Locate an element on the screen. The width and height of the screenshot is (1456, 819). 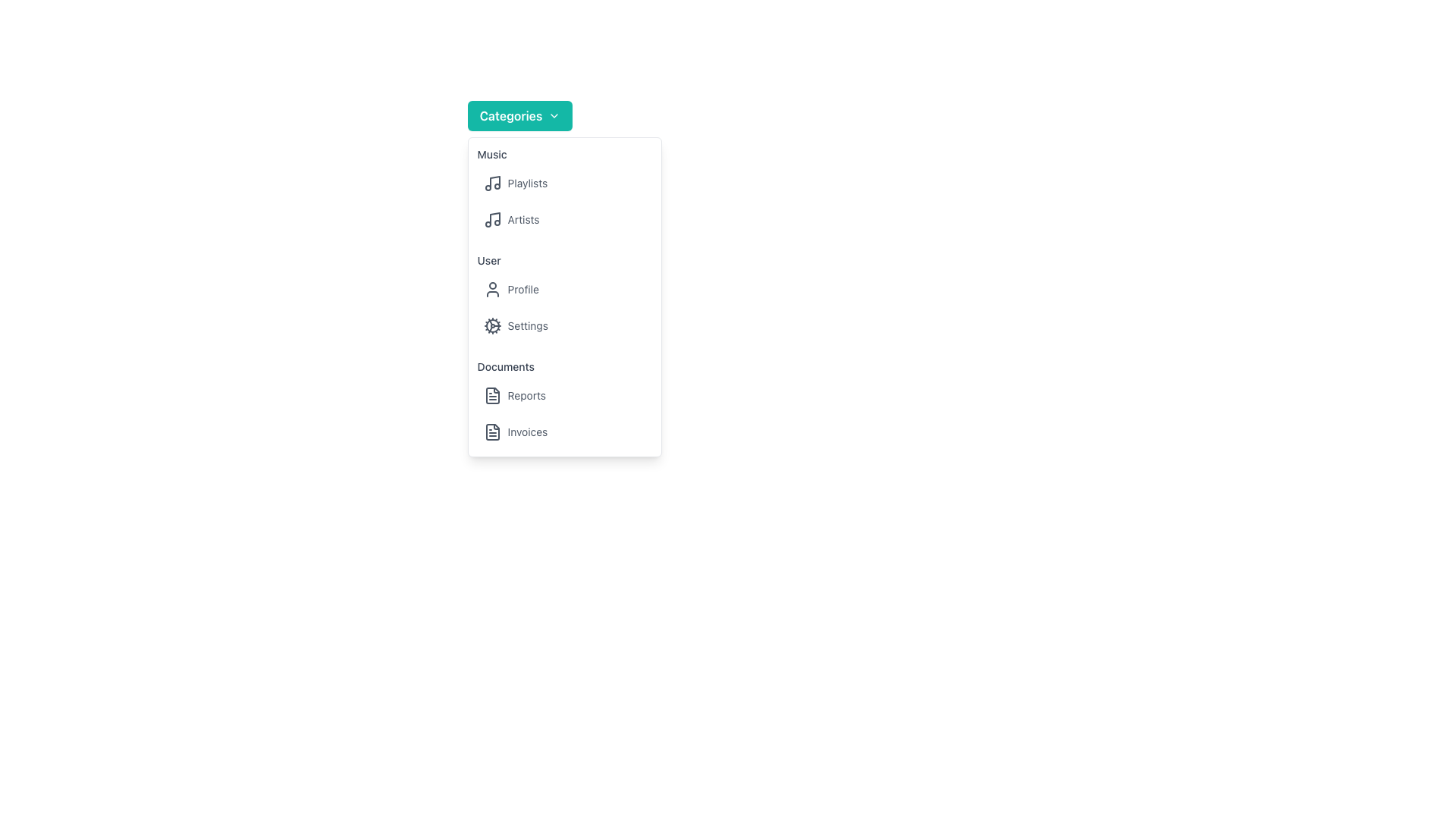
the text label for the artists section in the Music menu, which is located below the green 'Categories' button is located at coordinates (523, 219).